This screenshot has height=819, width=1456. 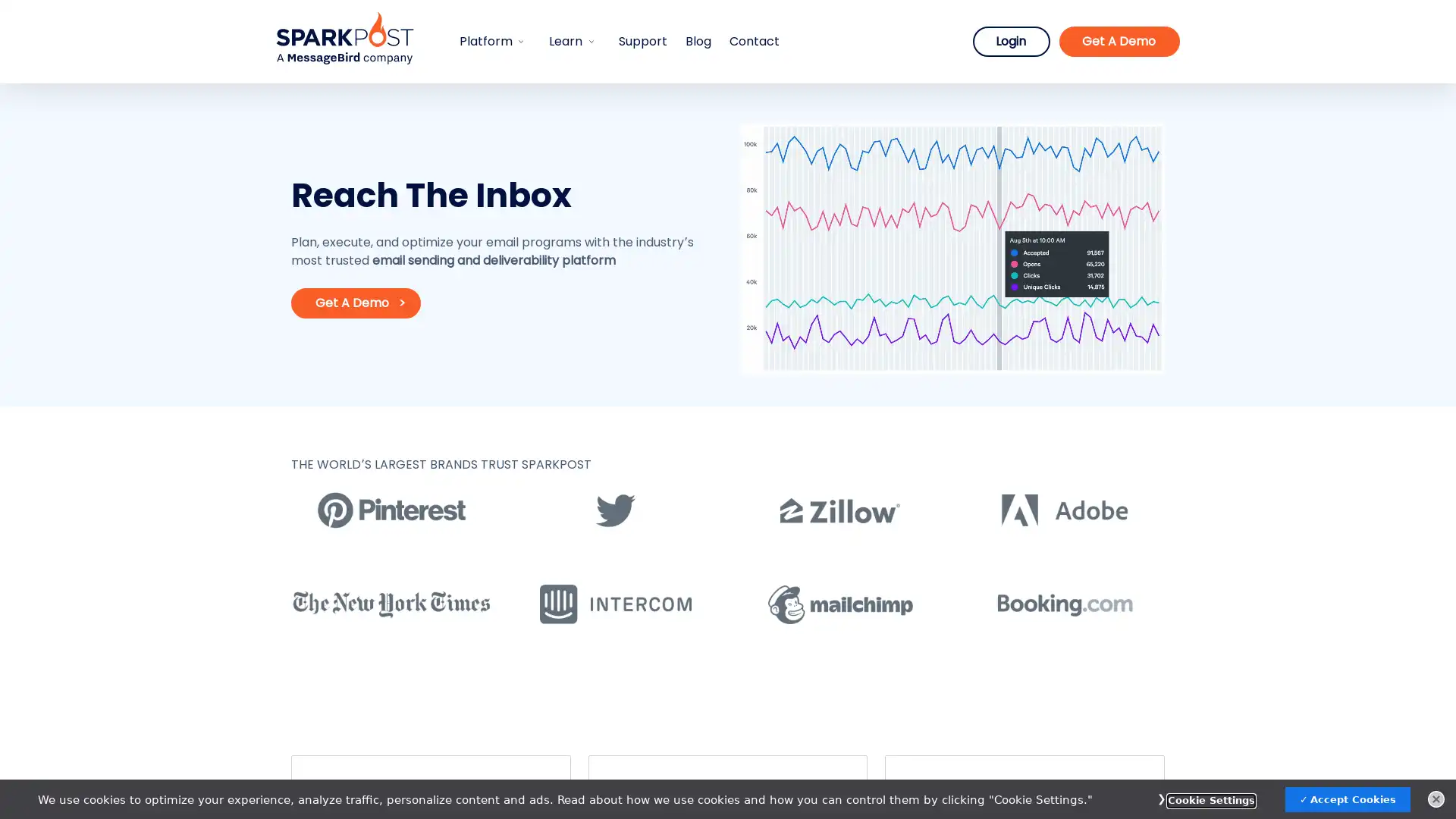 I want to click on open sub-menu, so click(x=592, y=40).